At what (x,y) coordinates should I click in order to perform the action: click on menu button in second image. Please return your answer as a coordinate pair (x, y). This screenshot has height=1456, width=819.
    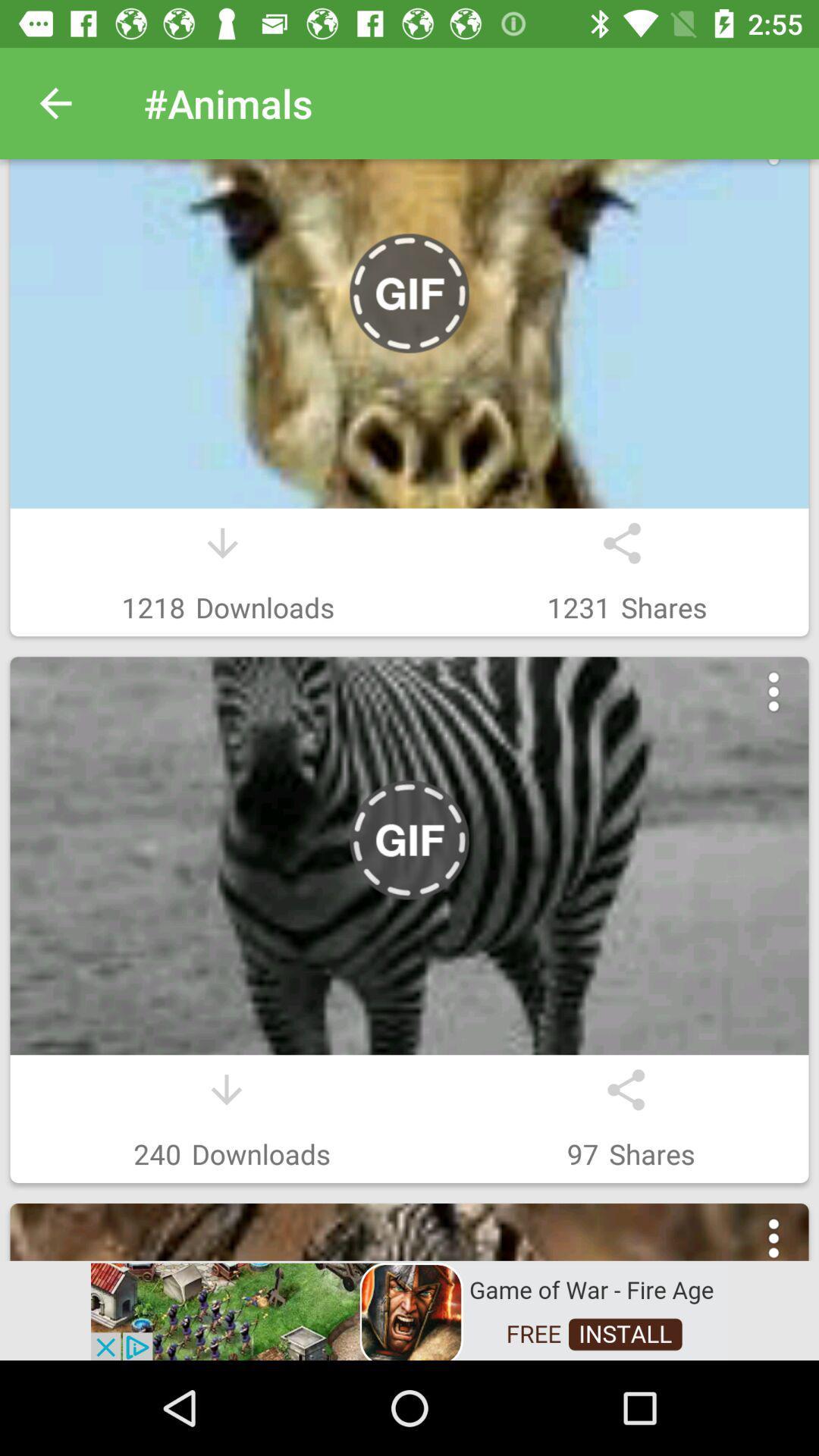
    Looking at the image, I should click on (773, 691).